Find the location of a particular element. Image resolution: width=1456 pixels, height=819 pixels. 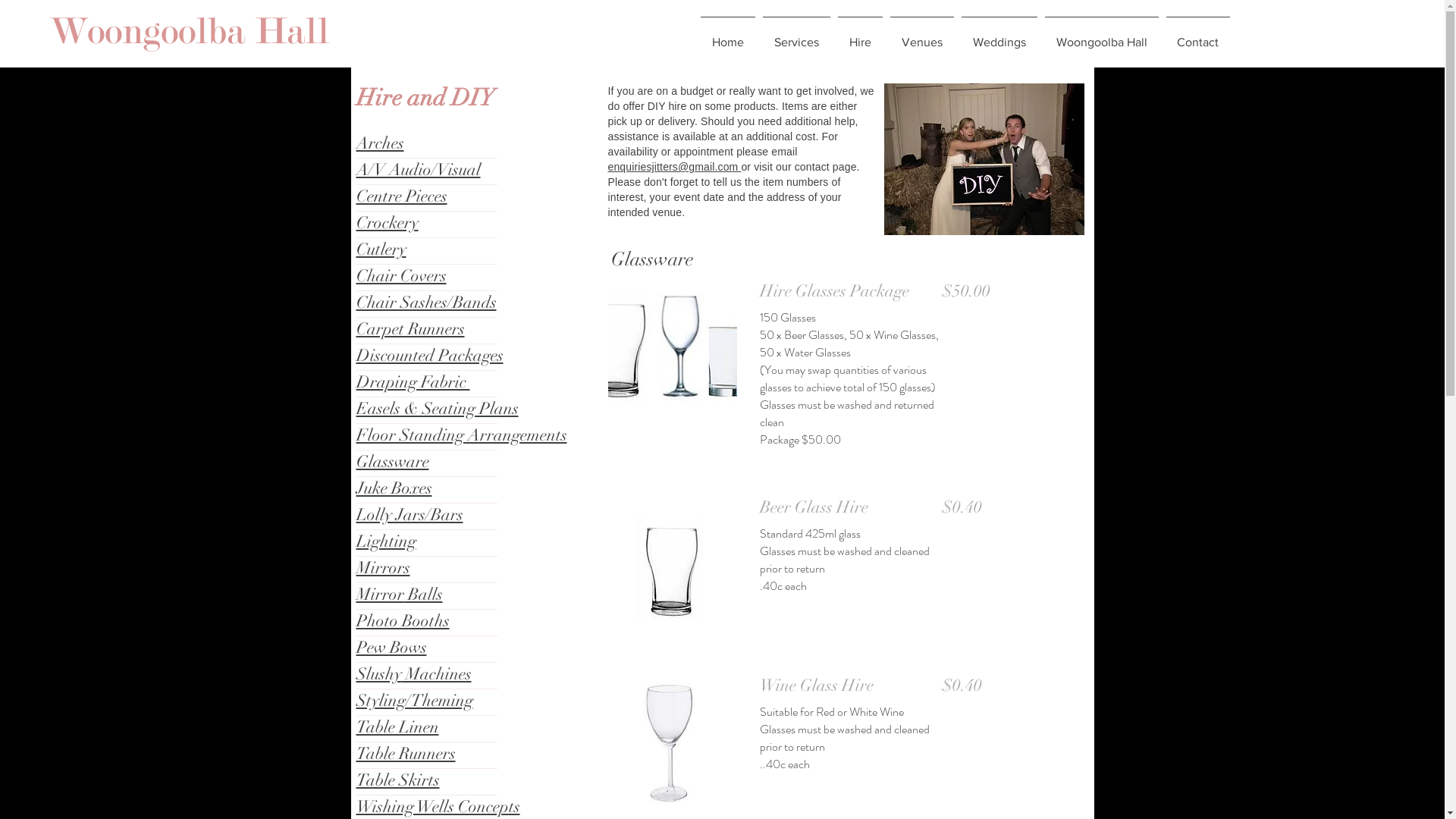

'Arches' is located at coordinates (380, 143).